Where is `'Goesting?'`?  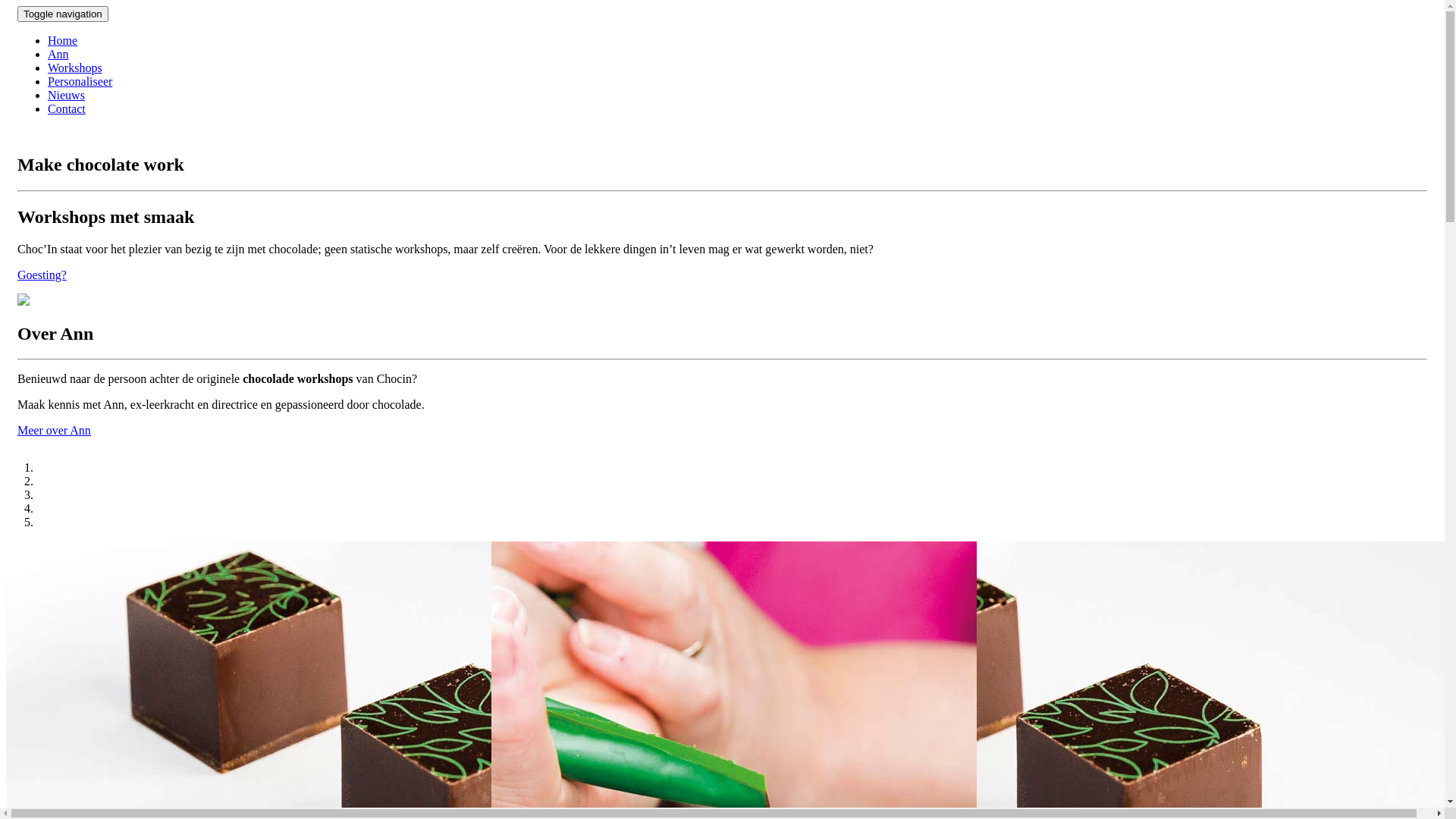 'Goesting?' is located at coordinates (42, 275).